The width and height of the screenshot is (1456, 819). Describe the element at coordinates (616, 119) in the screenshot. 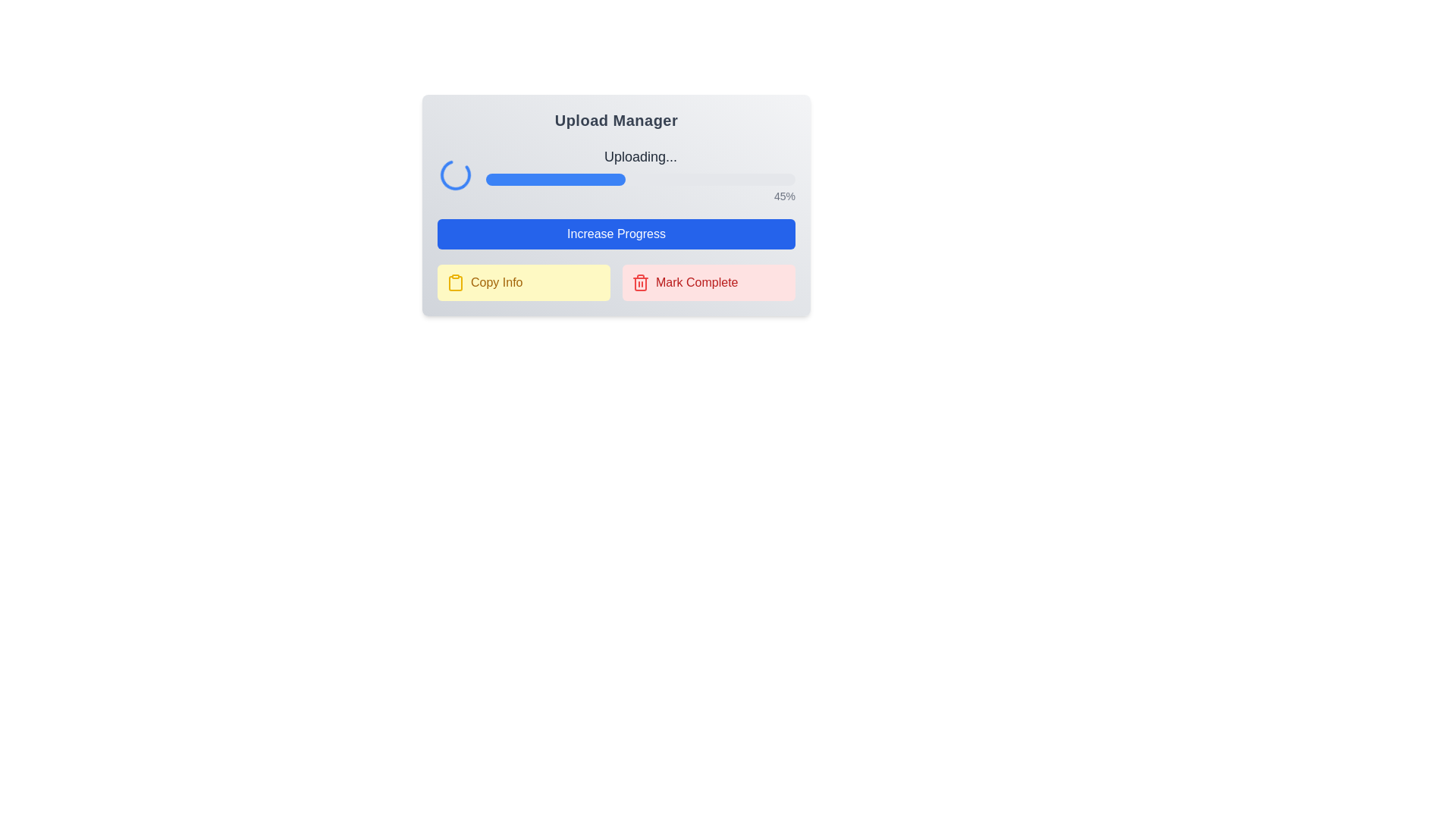

I see `the bold, extra-large title text 'Upload Manager' at the top of the interface` at that location.